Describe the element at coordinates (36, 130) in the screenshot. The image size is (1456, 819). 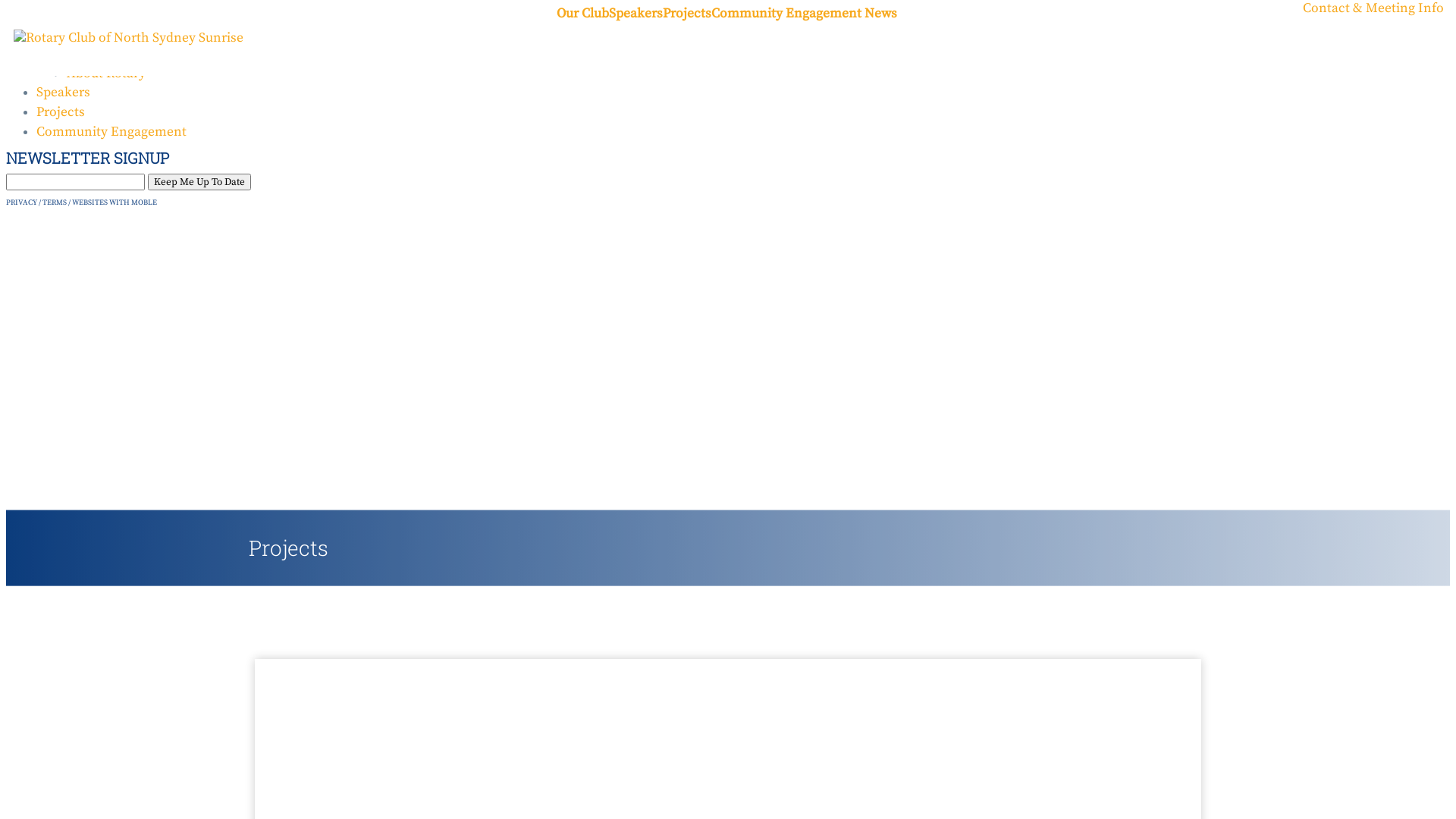
I see `'Community Engagement'` at that location.